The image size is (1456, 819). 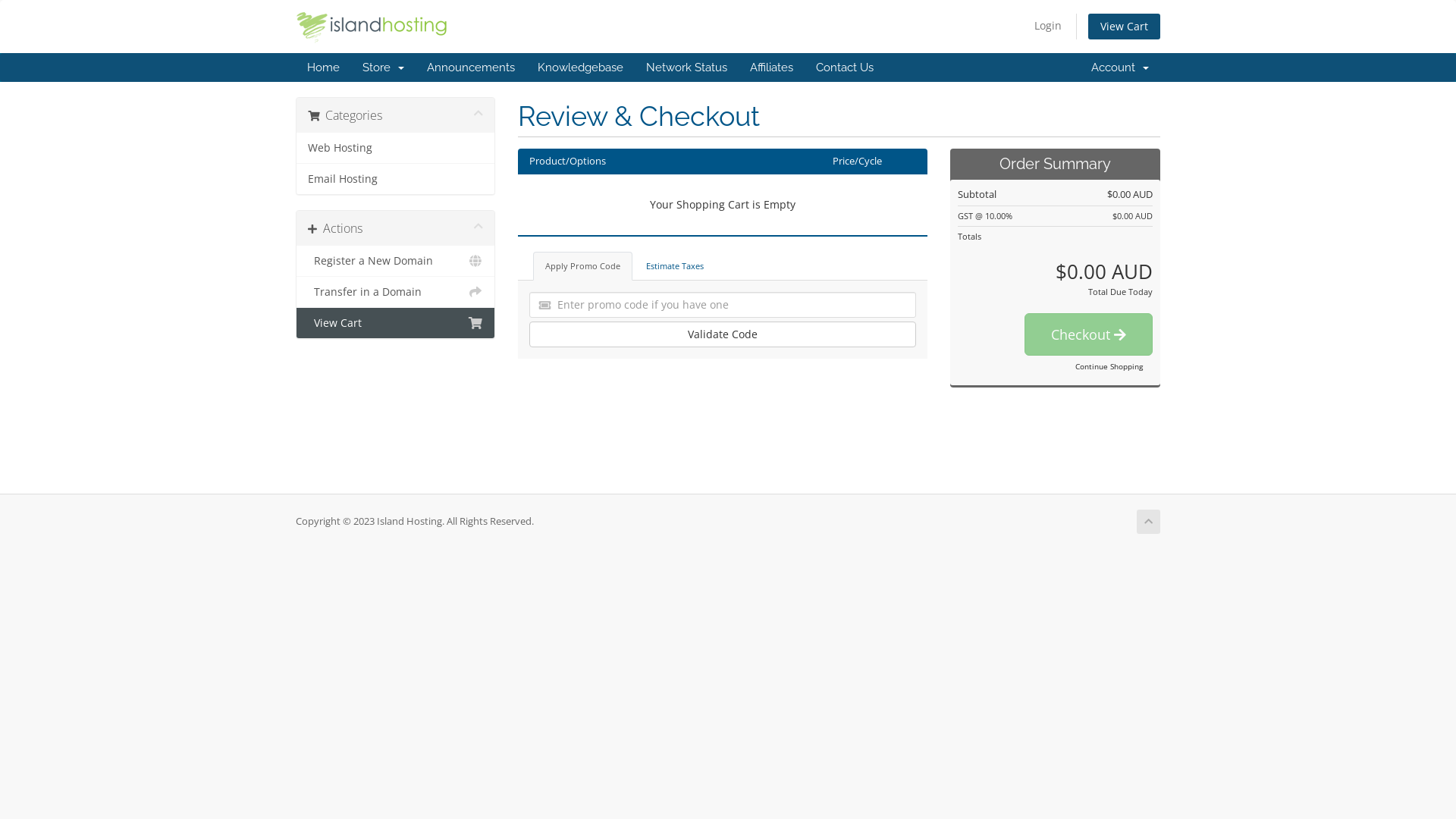 What do you see at coordinates (579, 66) in the screenshot?
I see `'Knowledgebase'` at bounding box center [579, 66].